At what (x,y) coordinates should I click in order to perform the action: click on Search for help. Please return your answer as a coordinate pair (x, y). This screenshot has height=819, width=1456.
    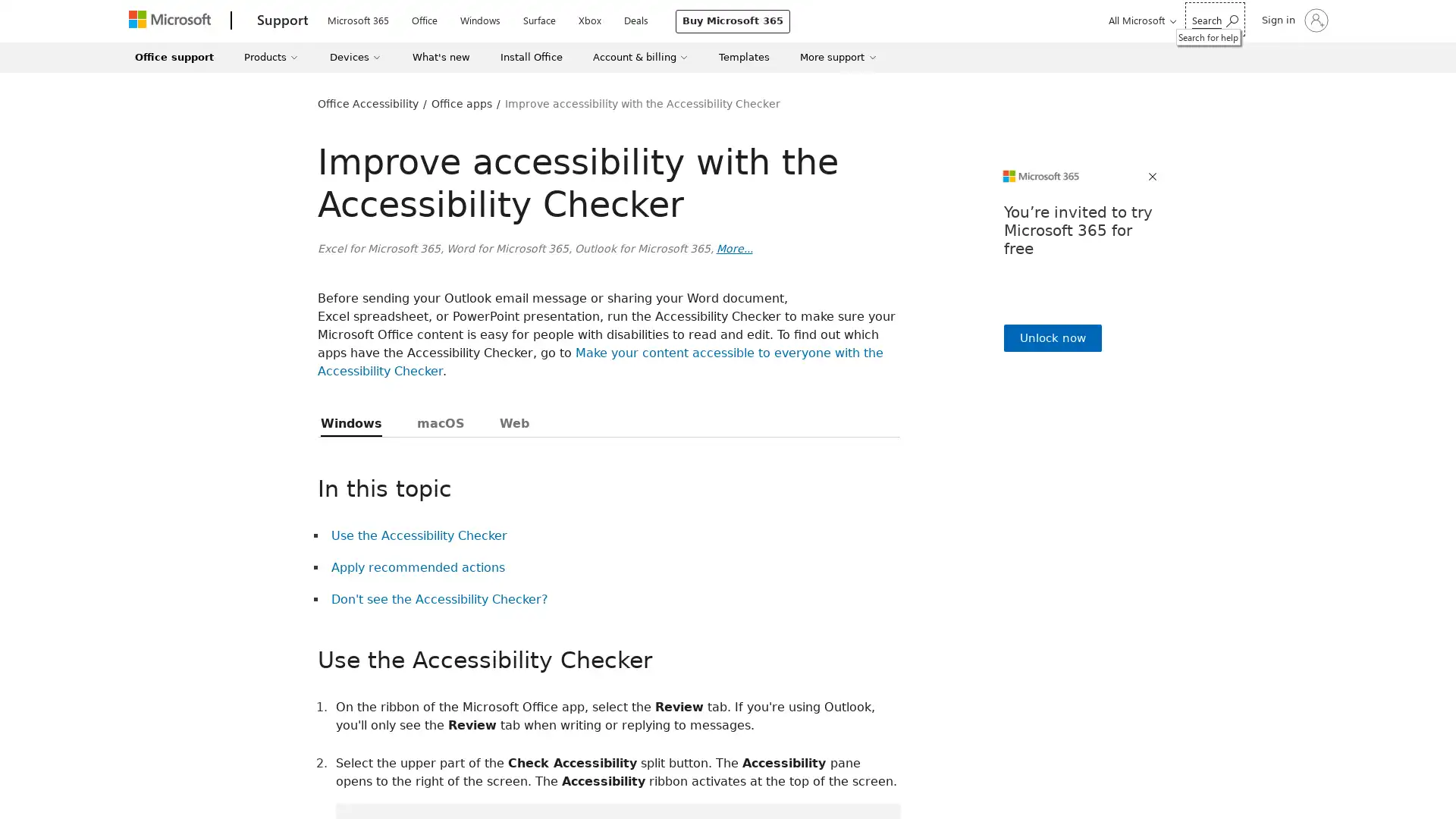
    Looking at the image, I should click on (1215, 19).